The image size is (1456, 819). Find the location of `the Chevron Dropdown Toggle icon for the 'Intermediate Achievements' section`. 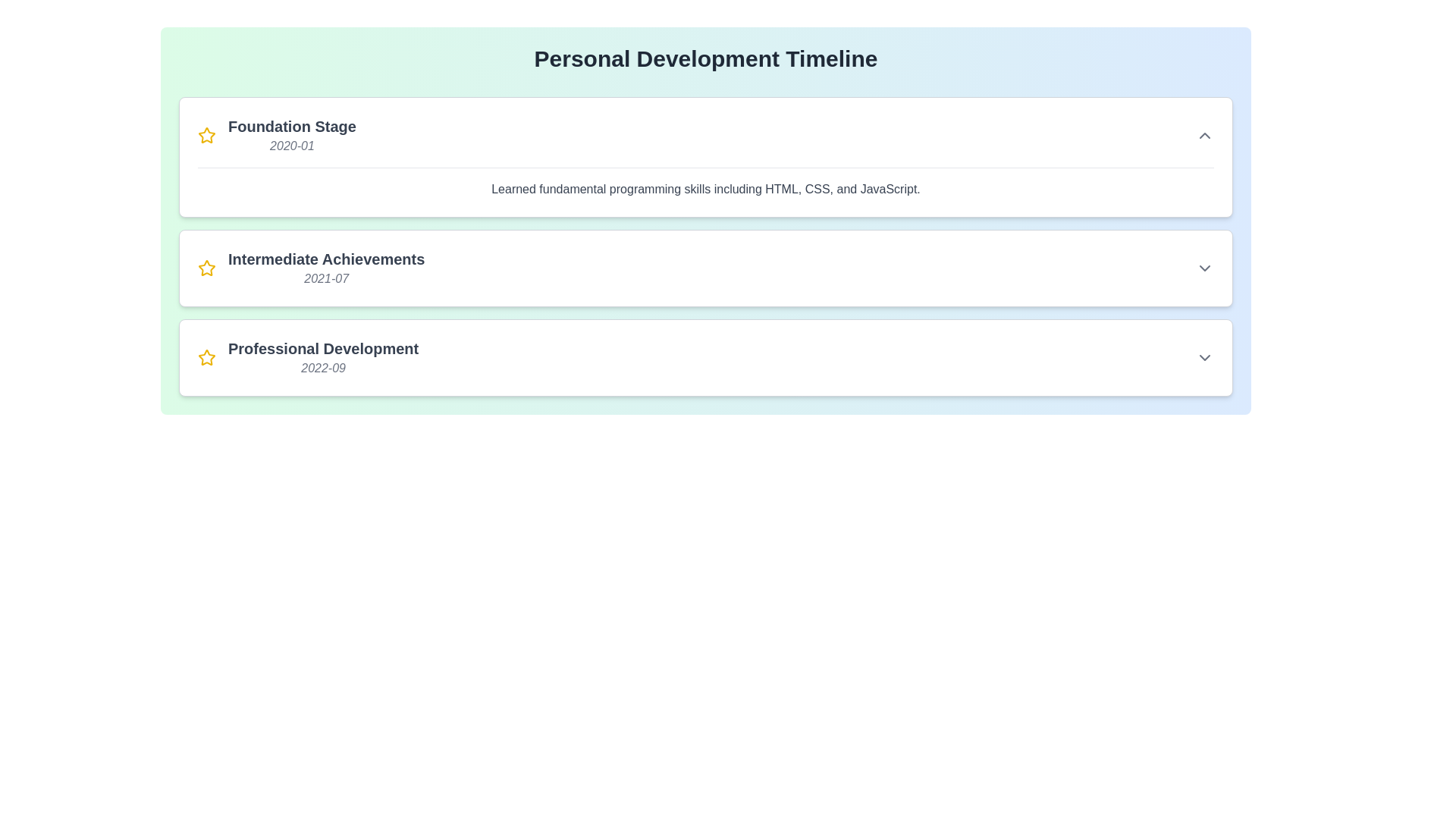

the Chevron Dropdown Toggle icon for the 'Intermediate Achievements' section is located at coordinates (1203, 268).